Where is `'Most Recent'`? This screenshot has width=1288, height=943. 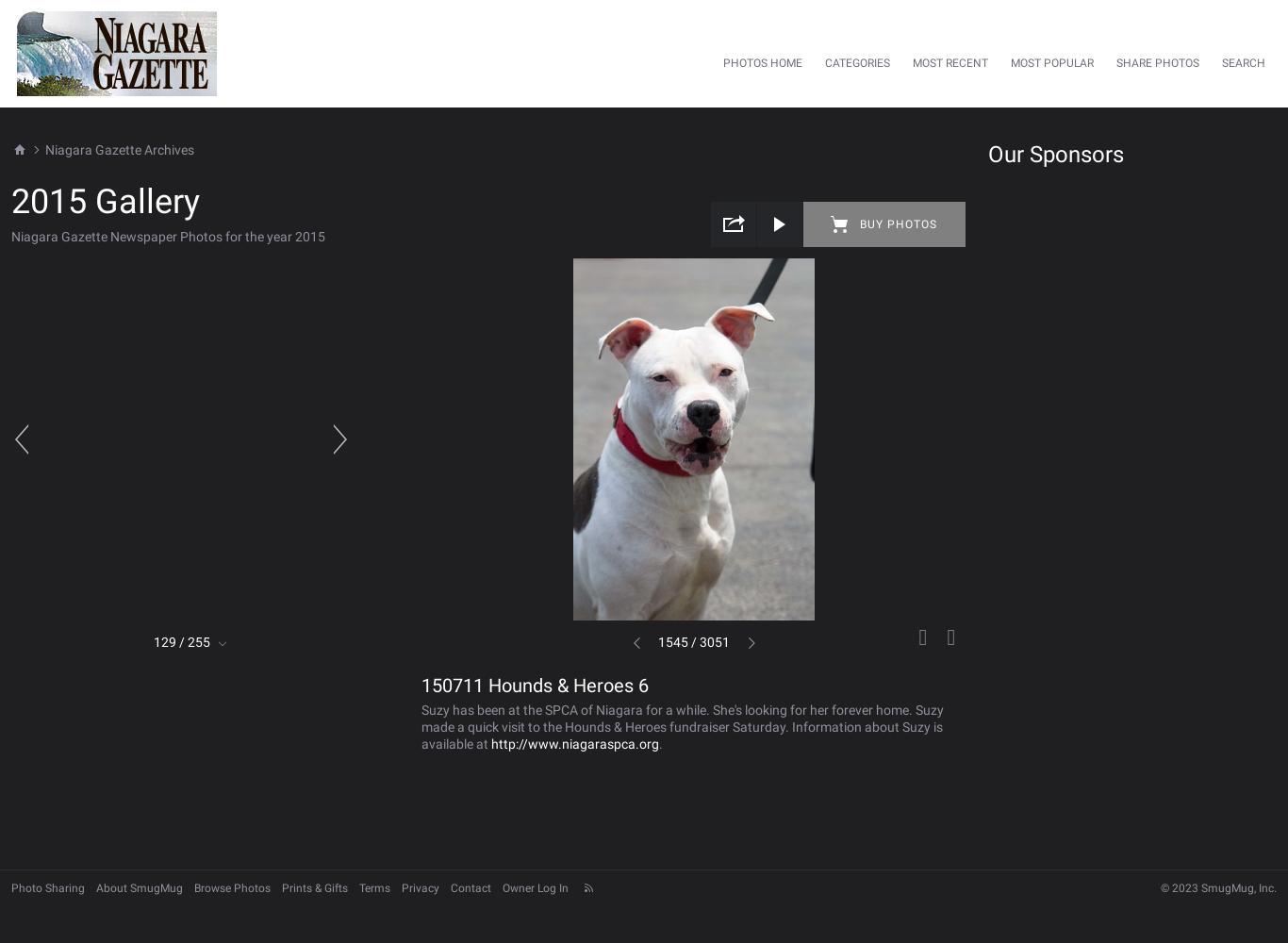
'Most Recent' is located at coordinates (949, 62).